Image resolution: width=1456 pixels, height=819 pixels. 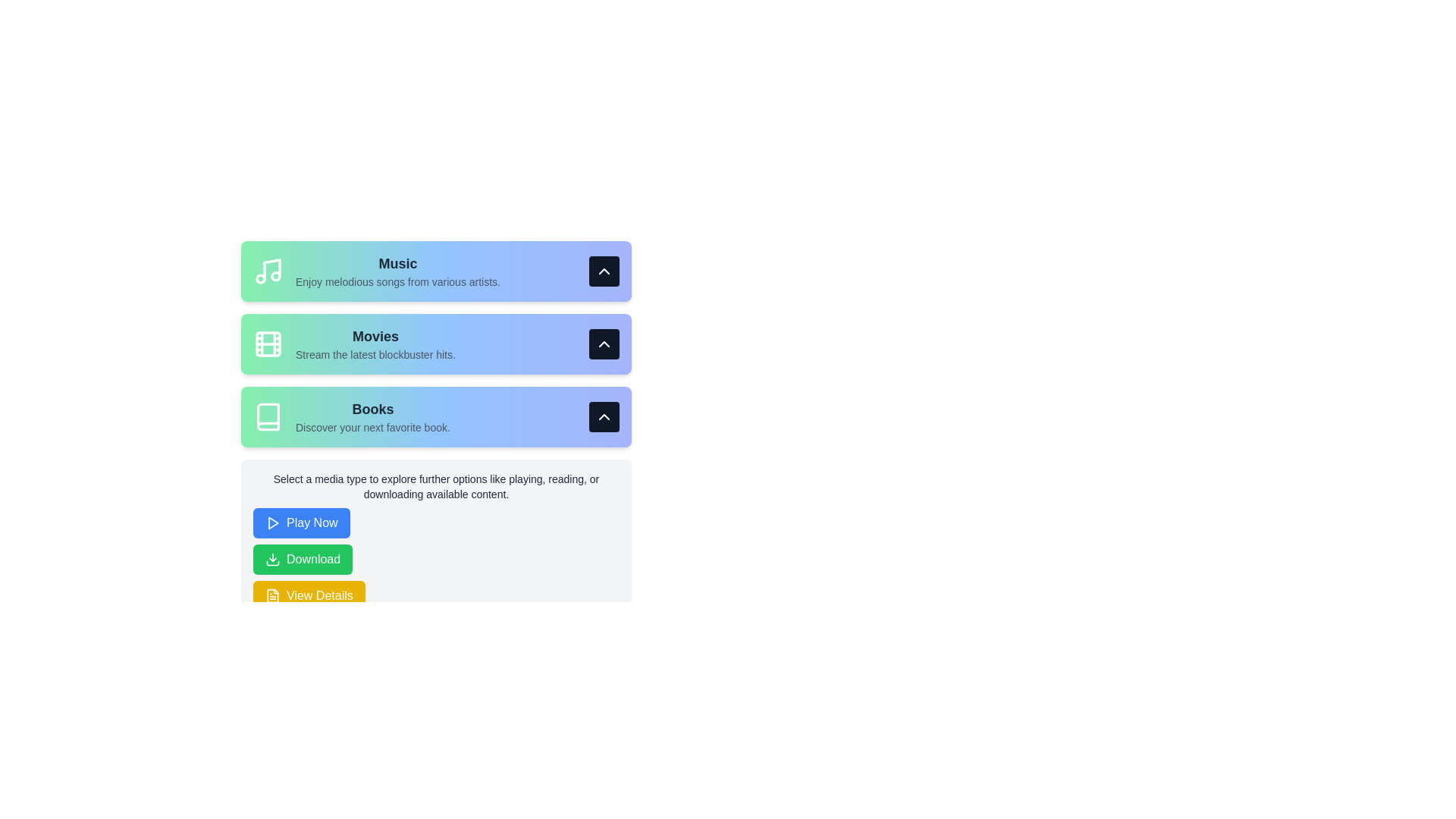 What do you see at coordinates (397, 262) in the screenshot?
I see `the 'Music' text label` at bounding box center [397, 262].